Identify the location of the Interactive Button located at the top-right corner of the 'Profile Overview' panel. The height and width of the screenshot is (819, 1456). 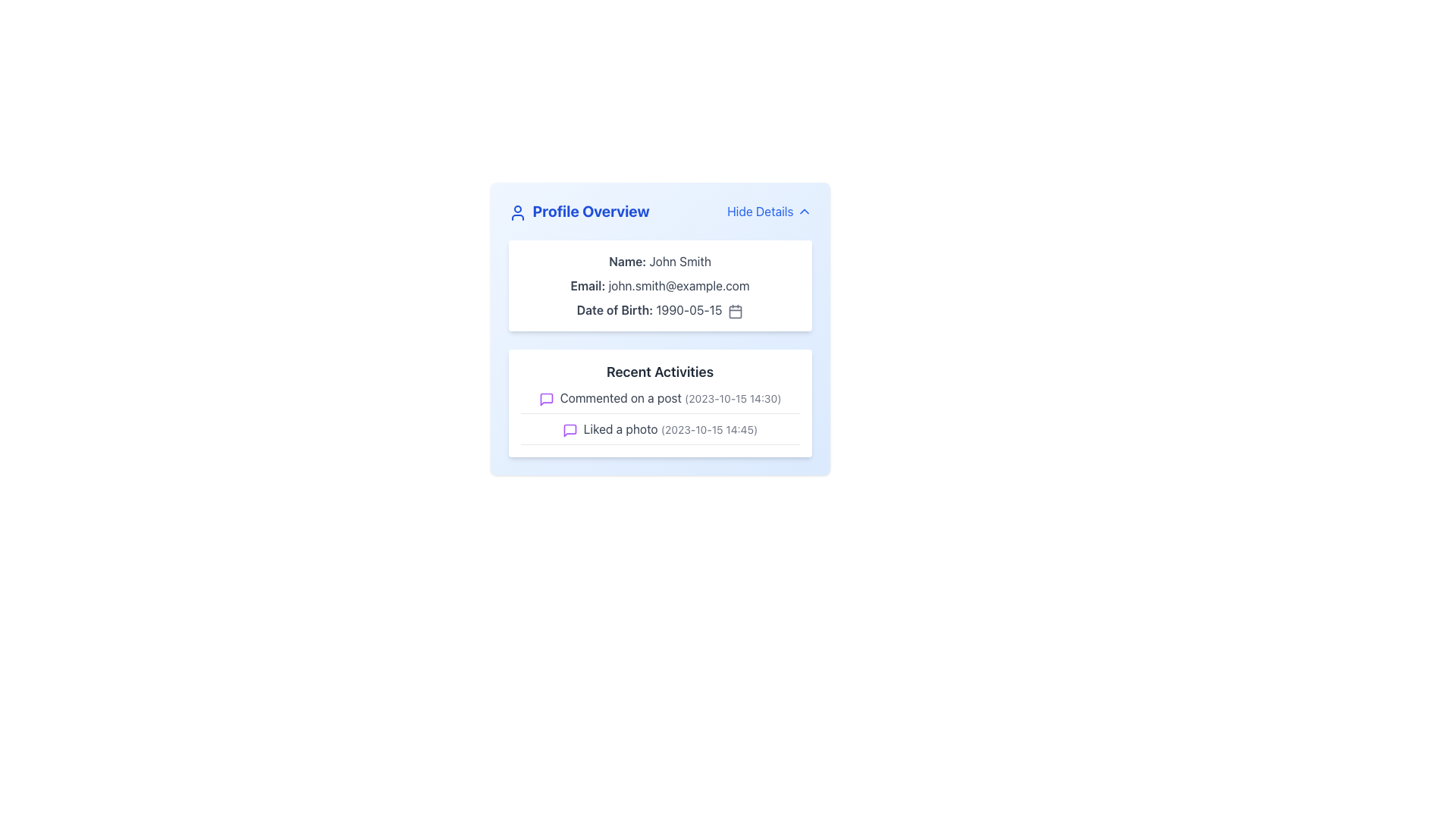
(769, 211).